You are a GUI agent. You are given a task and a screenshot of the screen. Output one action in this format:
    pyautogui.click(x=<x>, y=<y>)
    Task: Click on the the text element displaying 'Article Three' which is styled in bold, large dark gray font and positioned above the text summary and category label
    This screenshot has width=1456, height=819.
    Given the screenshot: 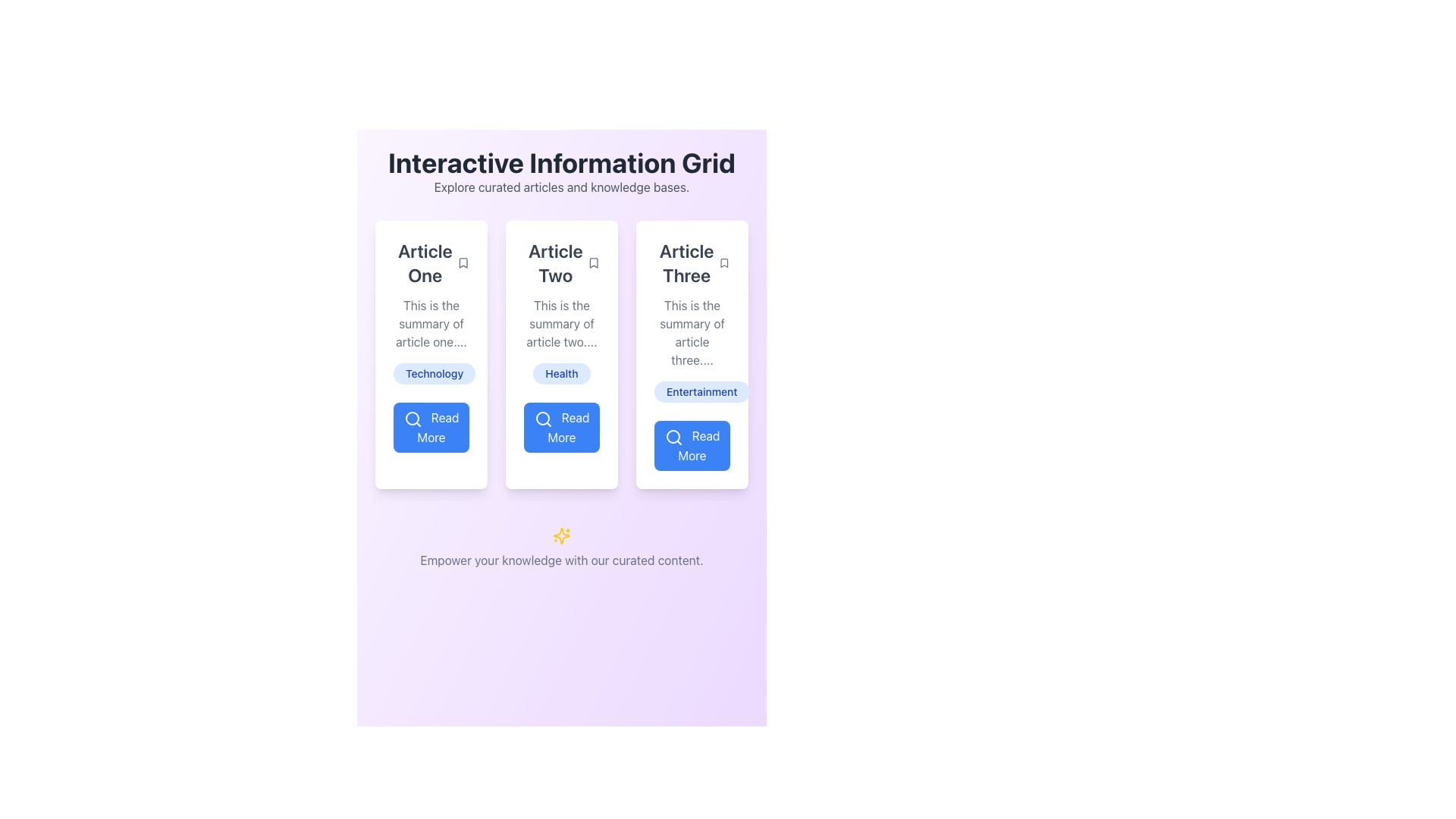 What is the action you would take?
    pyautogui.click(x=686, y=262)
    